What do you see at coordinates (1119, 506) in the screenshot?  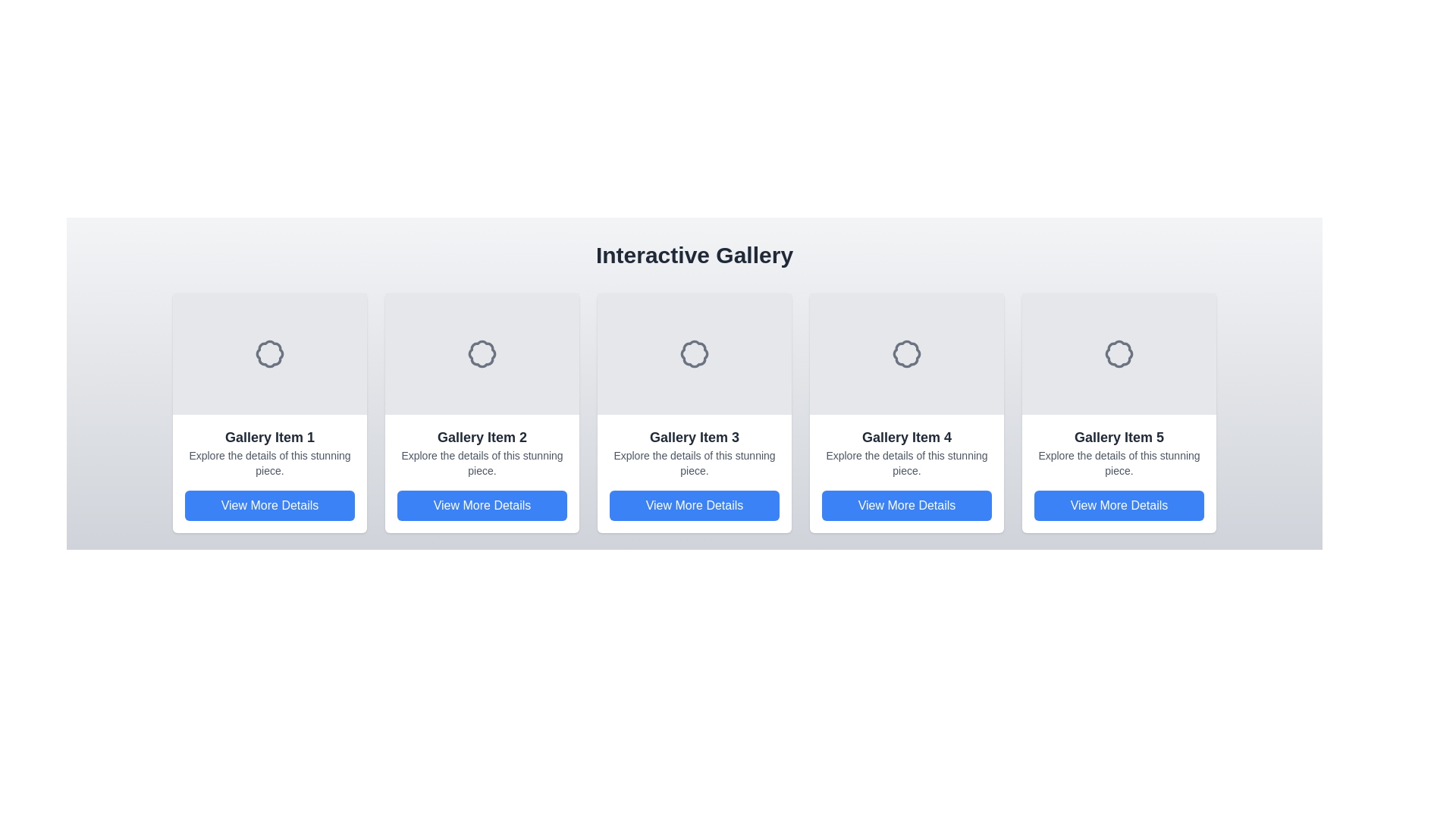 I see `the button located in the bottom section of the card labeled 'Gallery Item 5', directly below the text 'Explore the details of this stunning piece.'` at bounding box center [1119, 506].